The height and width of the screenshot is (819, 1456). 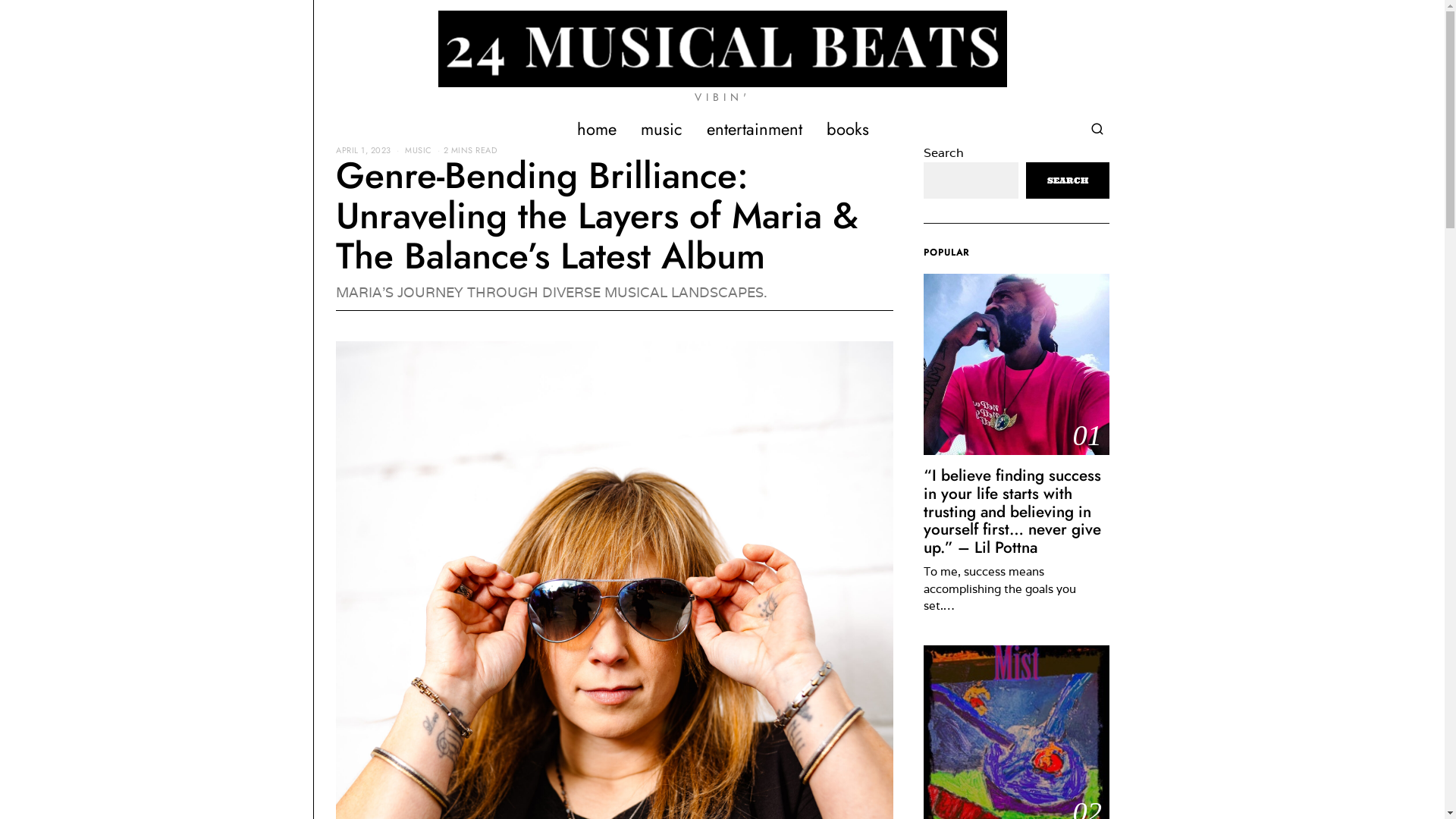 I want to click on 'books', so click(x=847, y=127).